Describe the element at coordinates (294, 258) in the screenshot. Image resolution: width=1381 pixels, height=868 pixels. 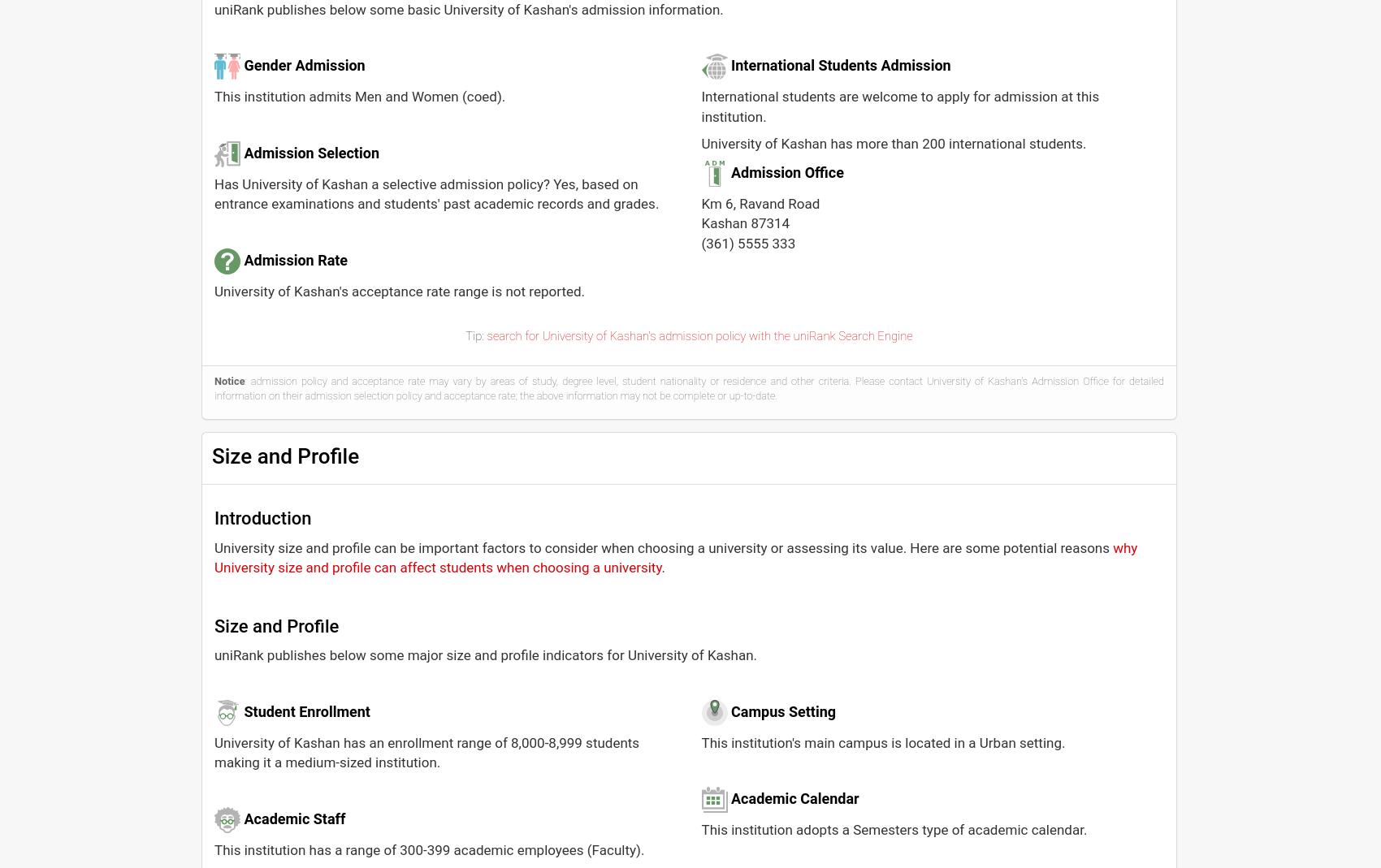
I see `'Admission Rate'` at that location.